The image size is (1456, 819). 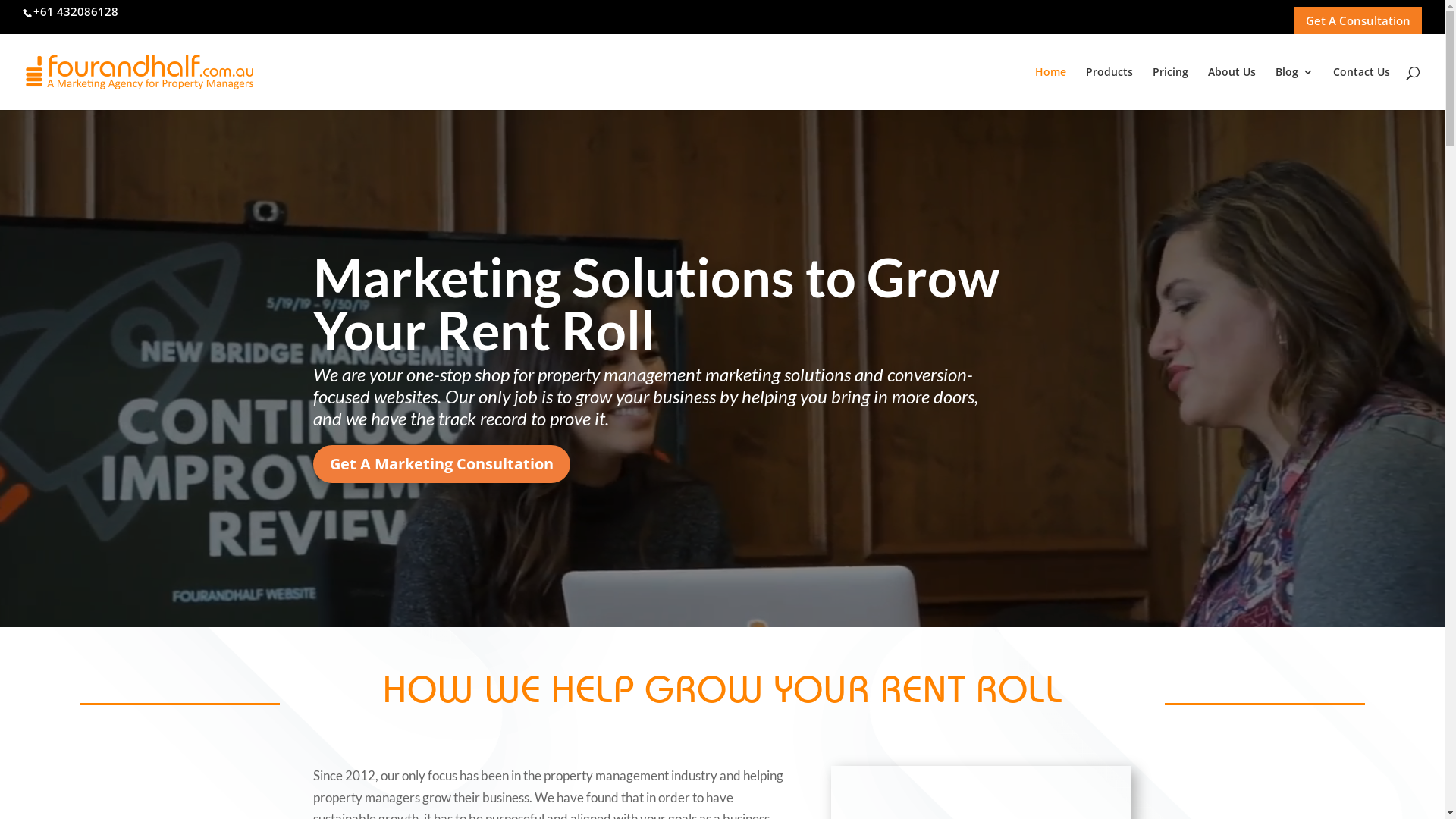 What do you see at coordinates (75, 11) in the screenshot?
I see `'+61 432086128'` at bounding box center [75, 11].